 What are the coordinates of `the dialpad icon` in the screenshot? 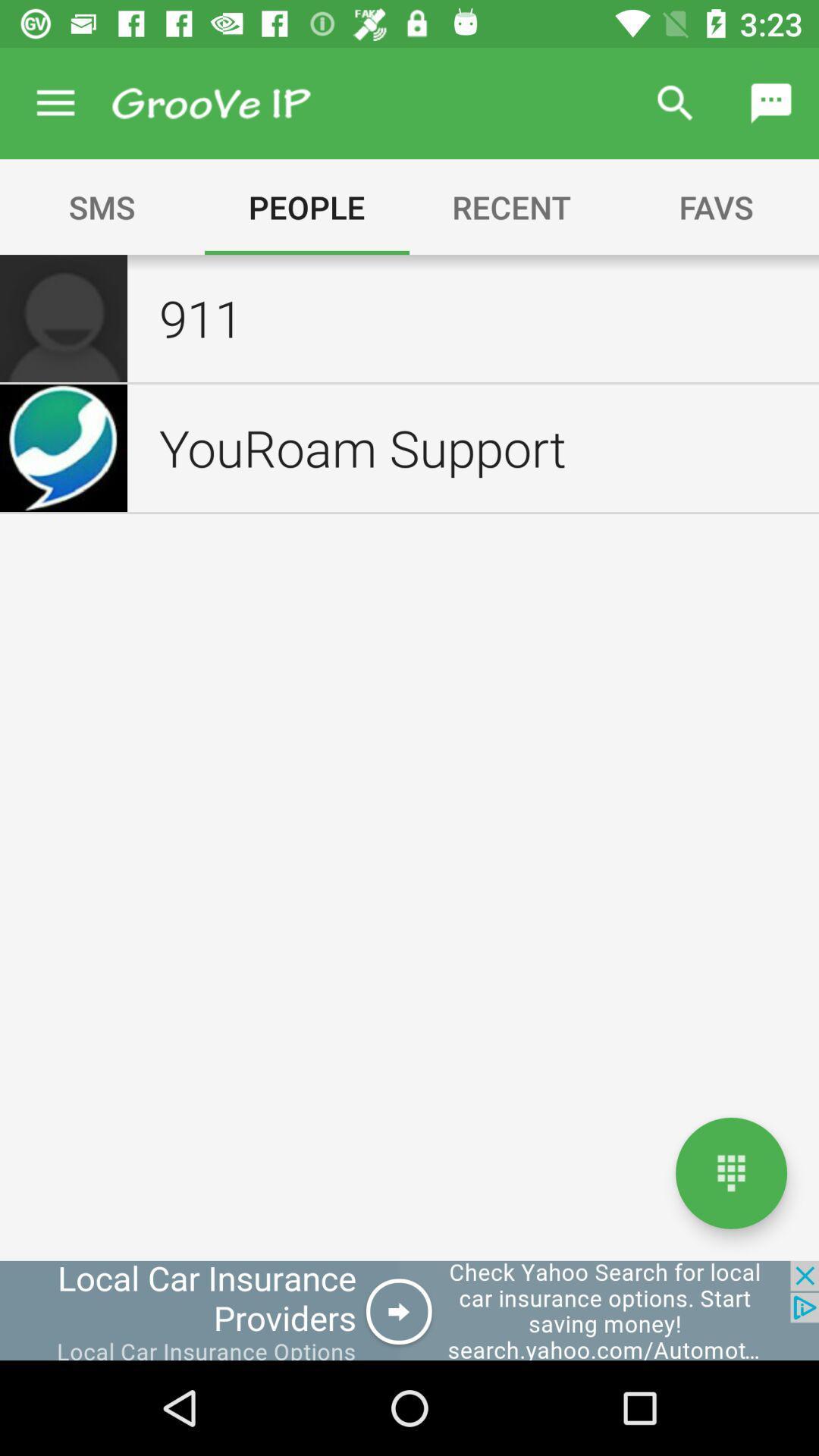 It's located at (730, 1172).